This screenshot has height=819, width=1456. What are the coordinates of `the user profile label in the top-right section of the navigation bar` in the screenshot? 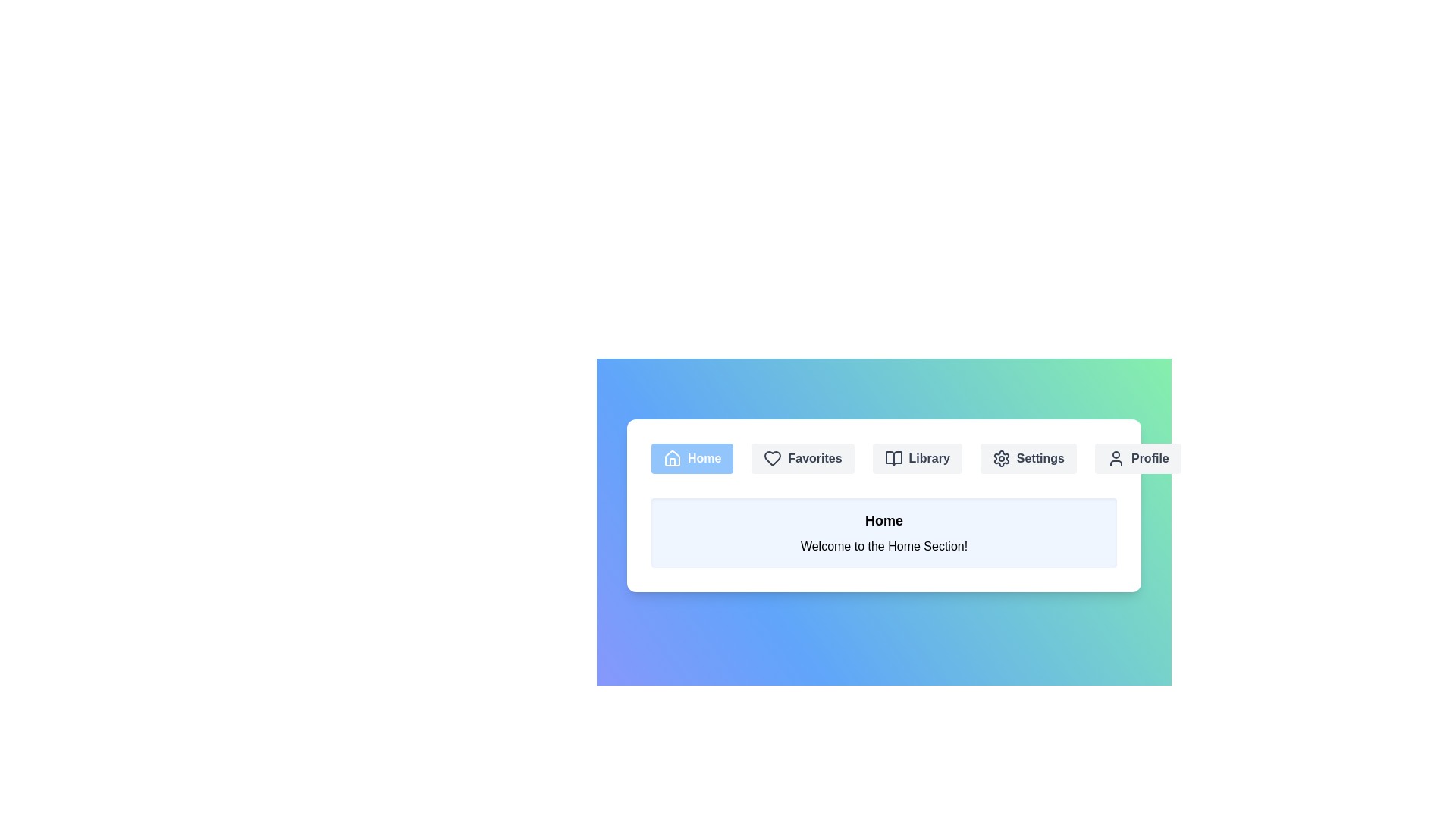 It's located at (1150, 458).